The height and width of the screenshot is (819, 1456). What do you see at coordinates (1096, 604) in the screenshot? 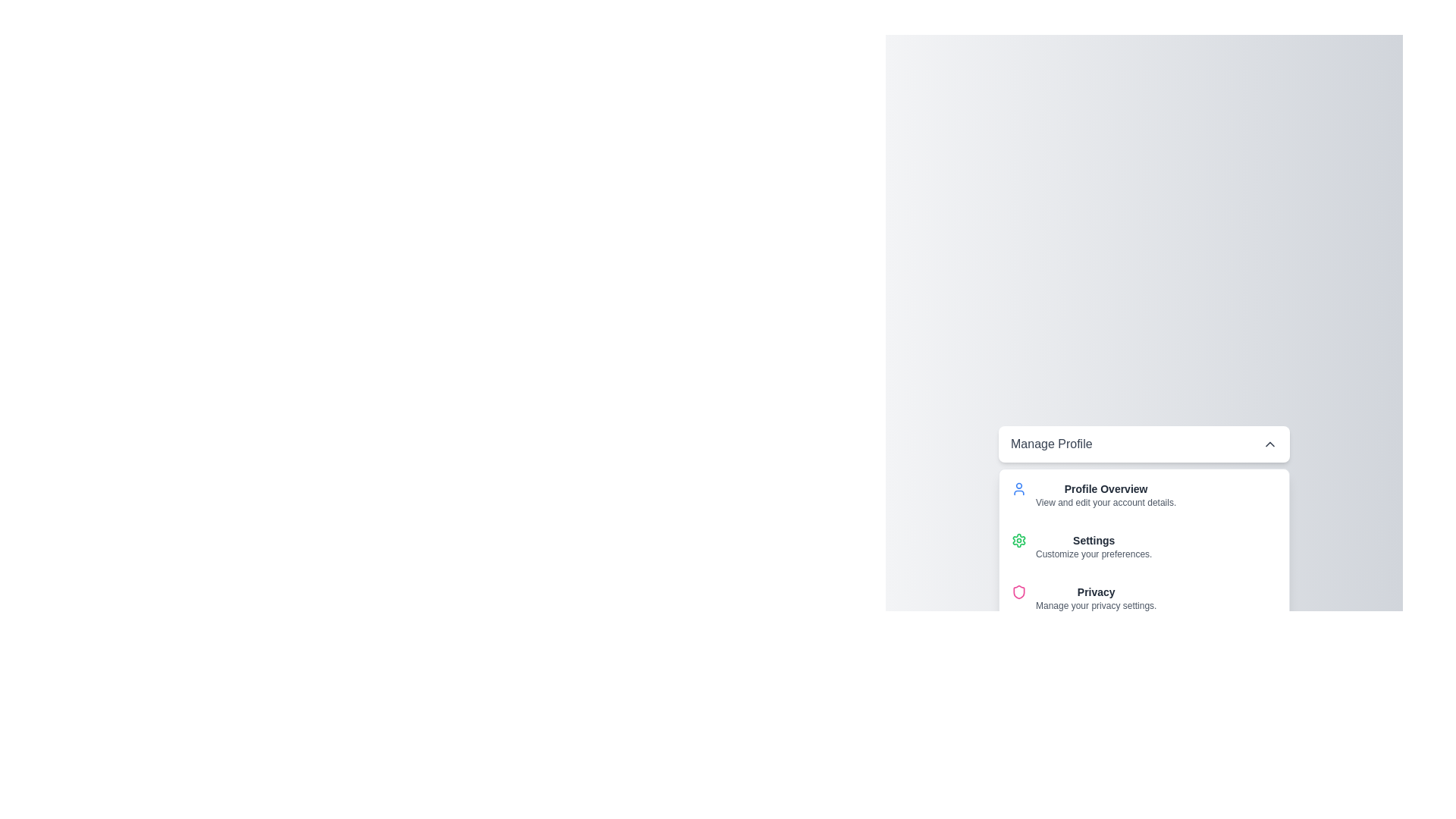
I see `the descriptive text label under the 'Privacy' section that explains user privacy settings, located within the dropdown menu under 'Manage Profile'` at bounding box center [1096, 604].